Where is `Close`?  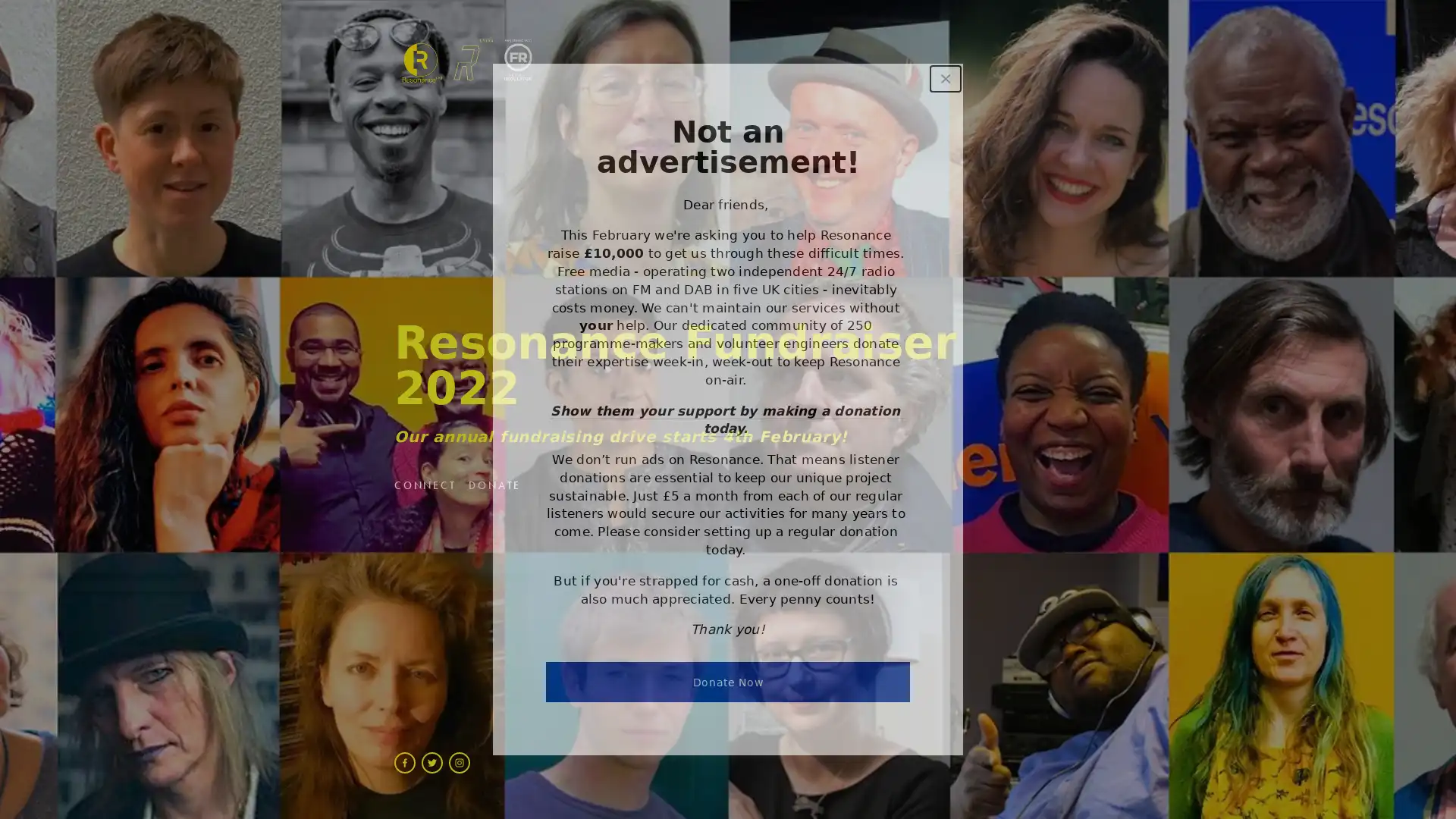
Close is located at coordinates (944, 78).